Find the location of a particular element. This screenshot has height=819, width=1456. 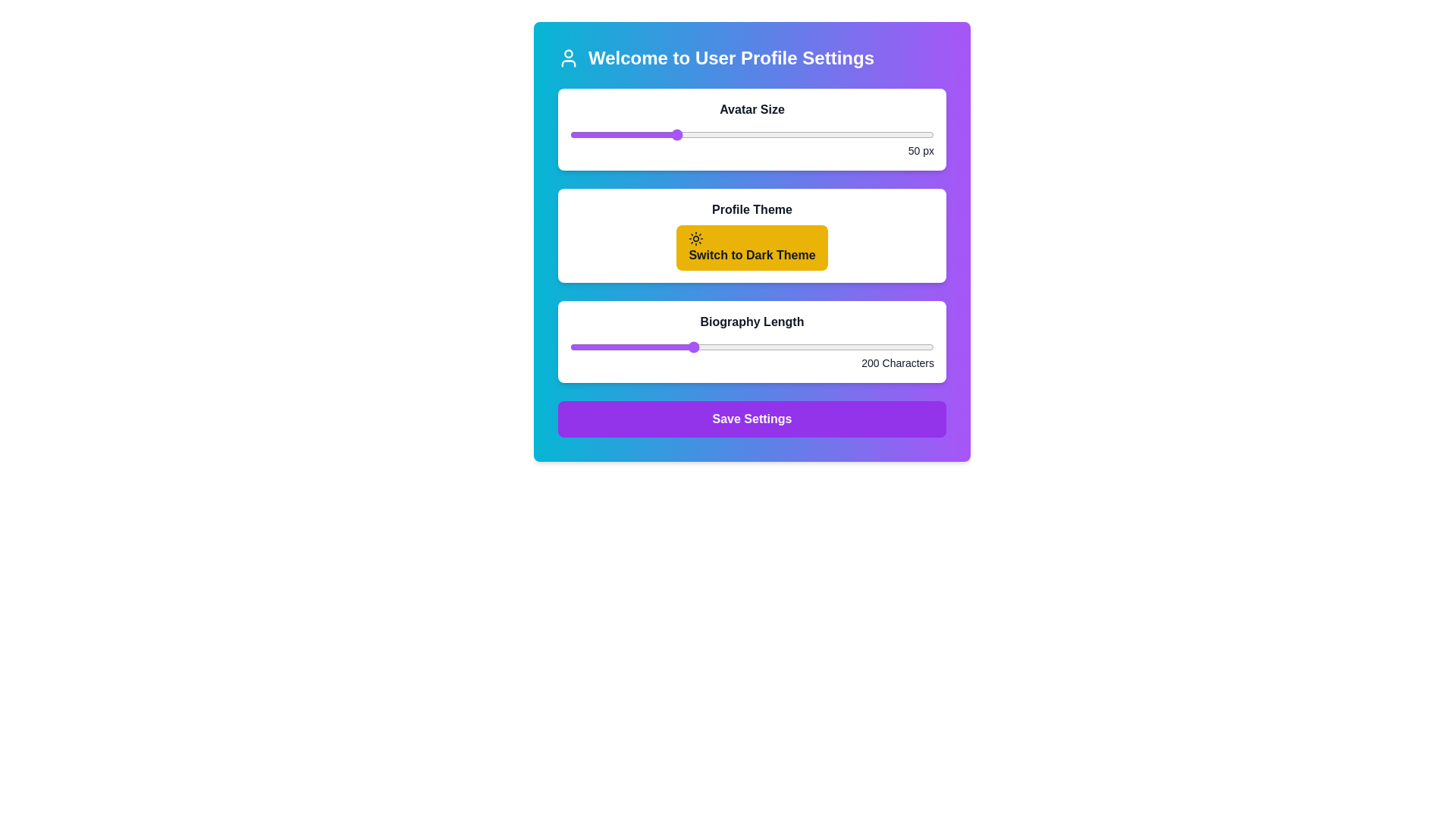

the slider is located at coordinates (887, 133).